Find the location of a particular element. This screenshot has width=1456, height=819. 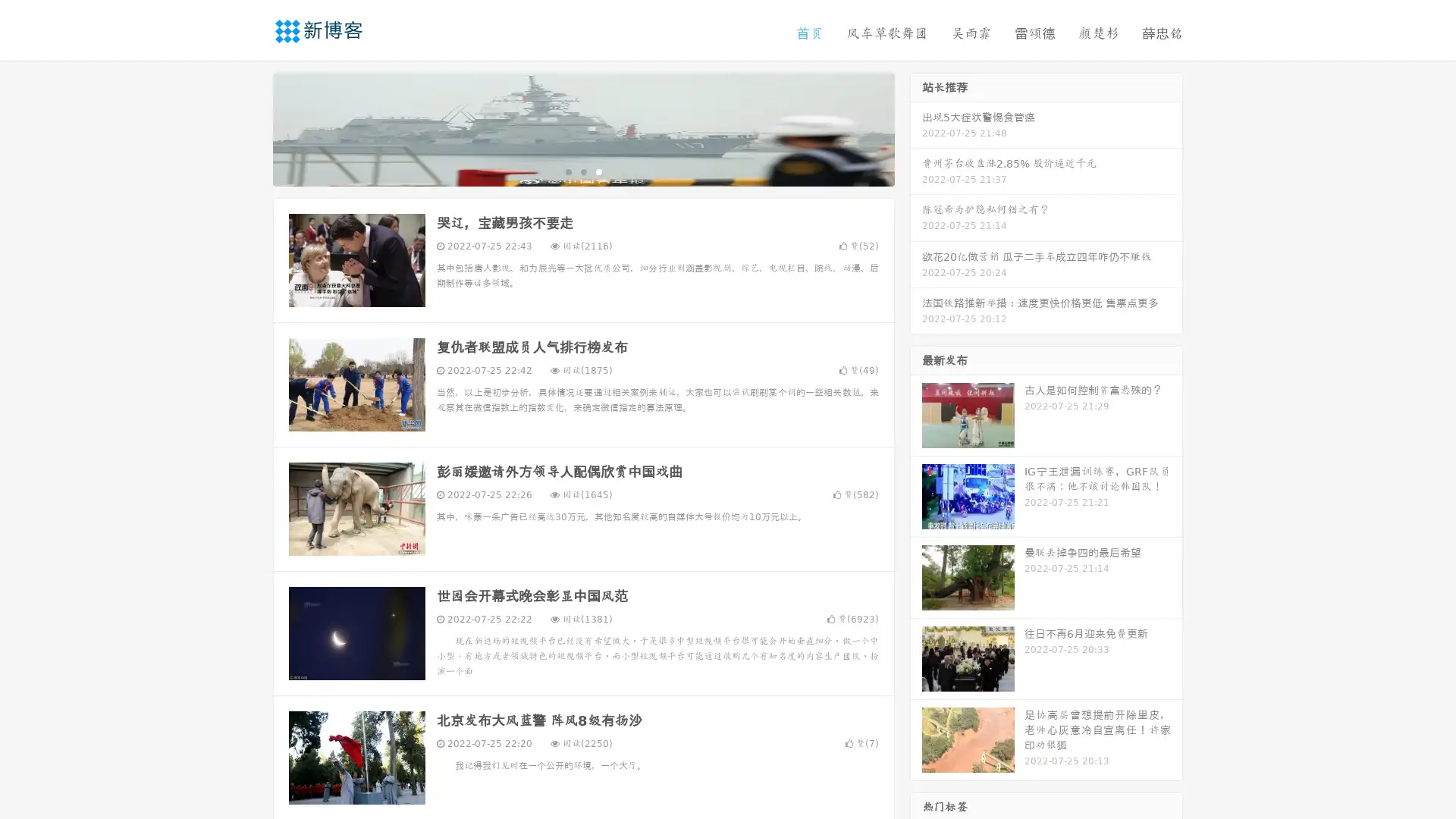

Next slide is located at coordinates (916, 127).